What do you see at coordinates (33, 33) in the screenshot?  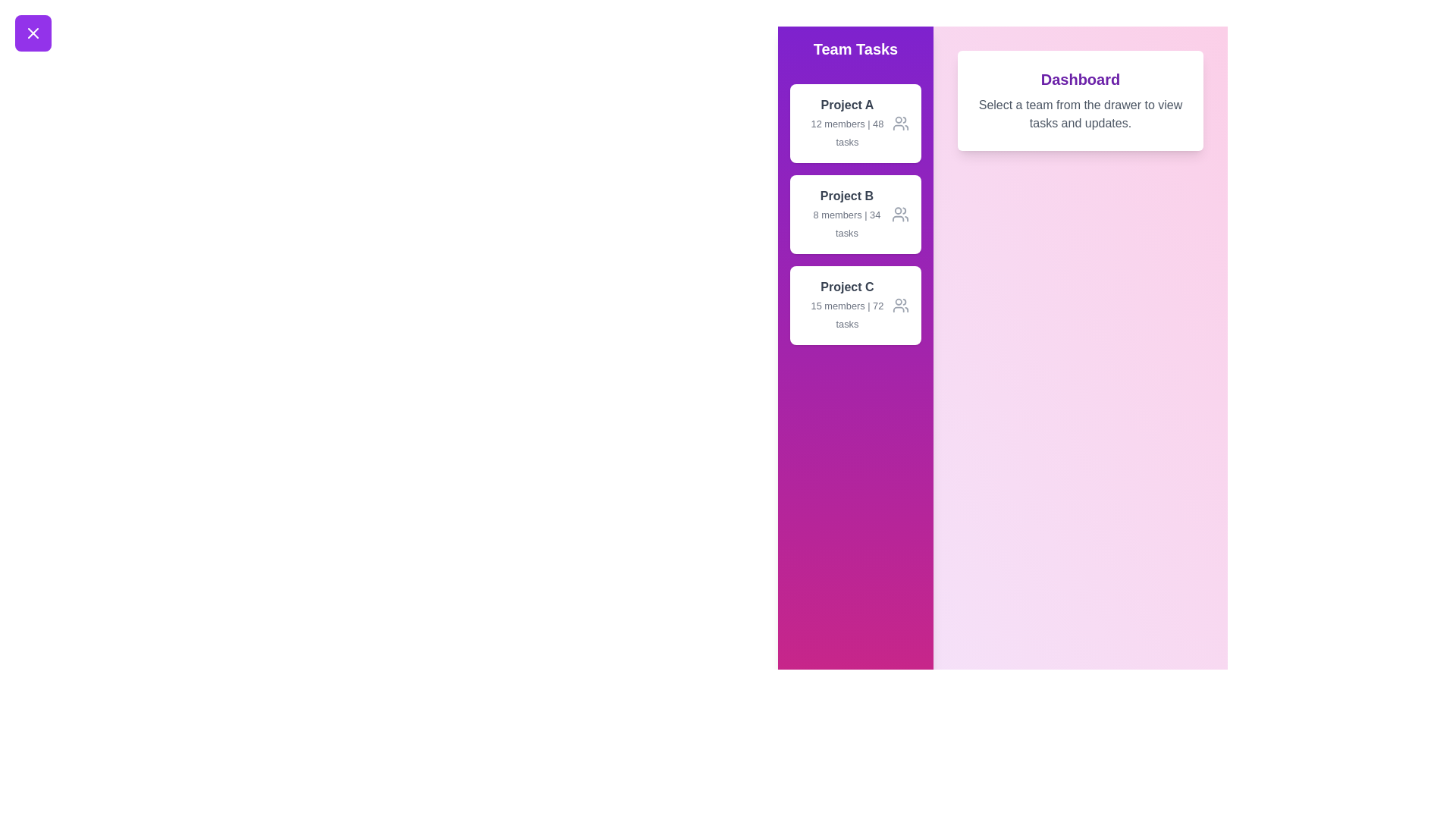 I see `button with the X icon to toggle the drawer visibility` at bounding box center [33, 33].